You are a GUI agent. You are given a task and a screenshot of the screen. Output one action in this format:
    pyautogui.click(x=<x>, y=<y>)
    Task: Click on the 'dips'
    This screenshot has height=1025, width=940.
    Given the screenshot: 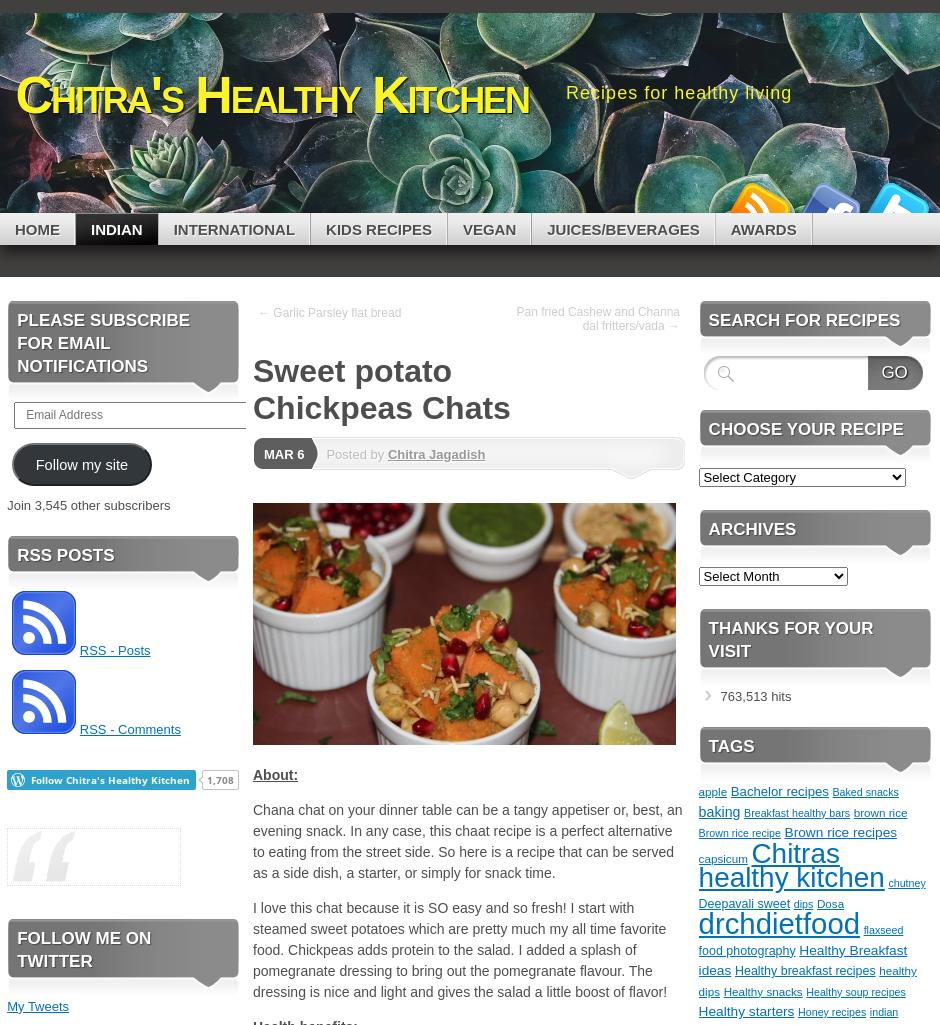 What is the action you would take?
    pyautogui.click(x=803, y=902)
    